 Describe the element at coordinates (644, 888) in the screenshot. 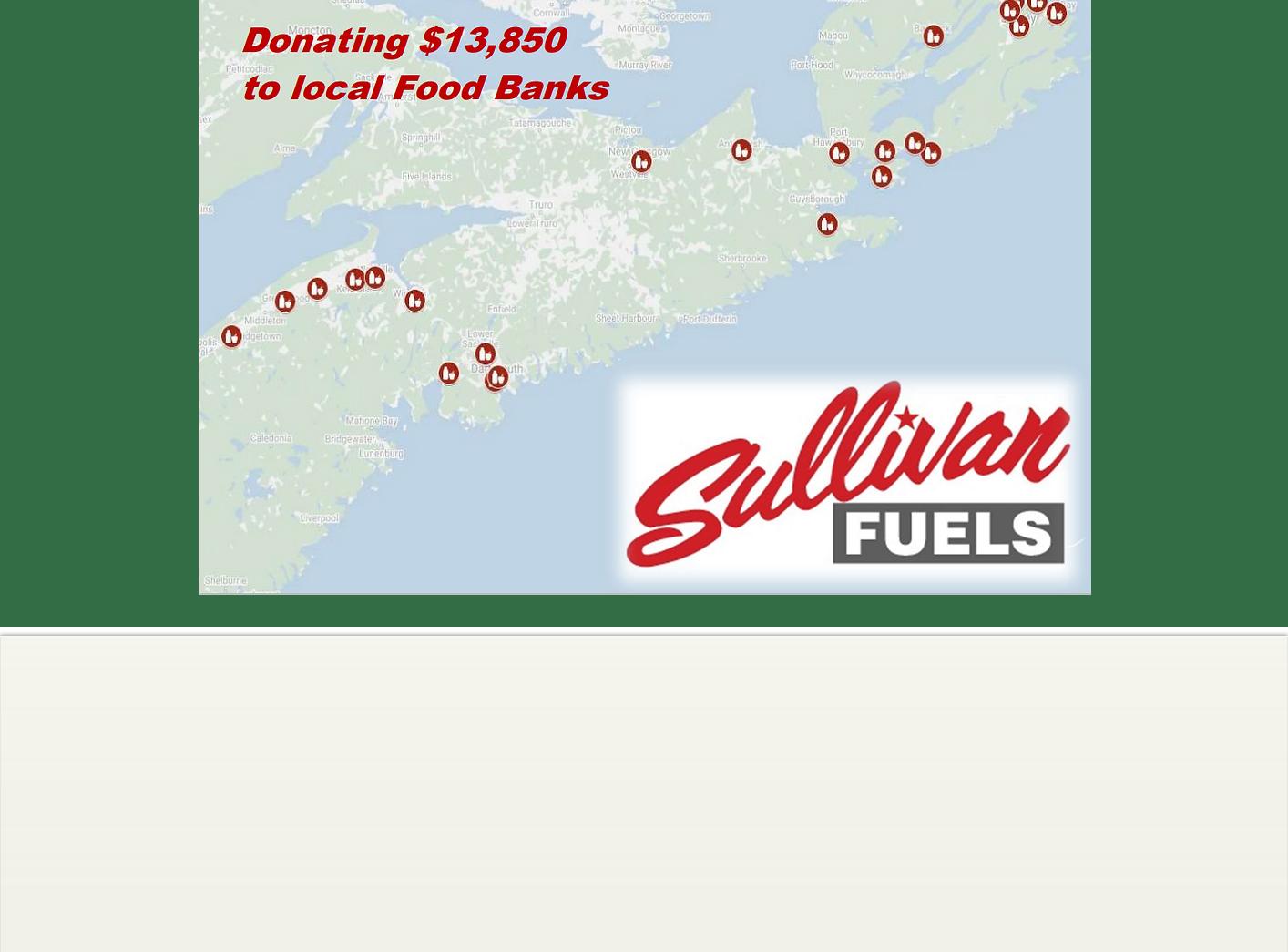

I see `'All rights reserved.'` at that location.